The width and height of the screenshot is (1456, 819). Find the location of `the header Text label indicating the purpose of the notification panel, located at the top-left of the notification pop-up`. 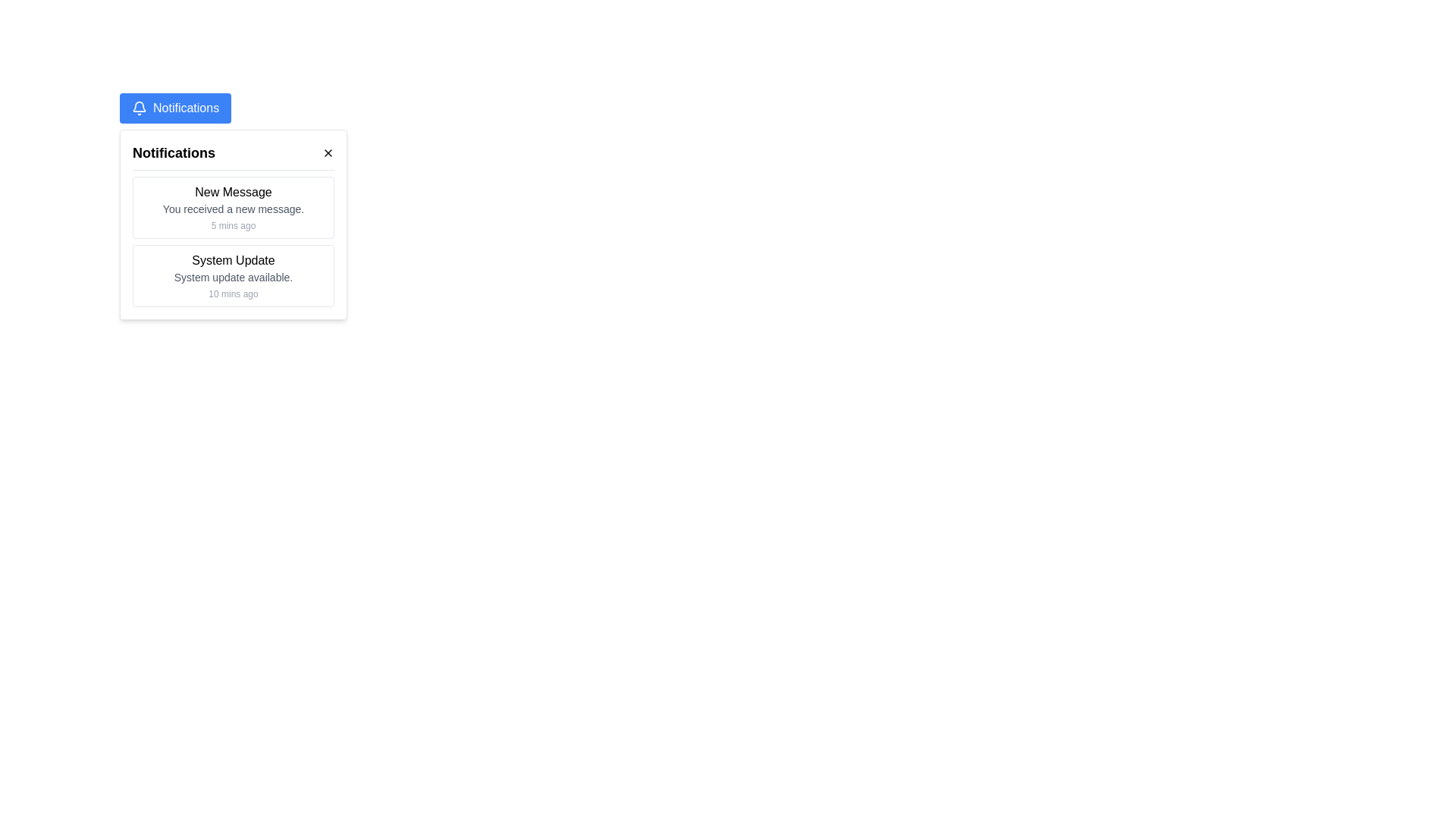

the header Text label indicating the purpose of the notification panel, located at the top-left of the notification pop-up is located at coordinates (174, 152).